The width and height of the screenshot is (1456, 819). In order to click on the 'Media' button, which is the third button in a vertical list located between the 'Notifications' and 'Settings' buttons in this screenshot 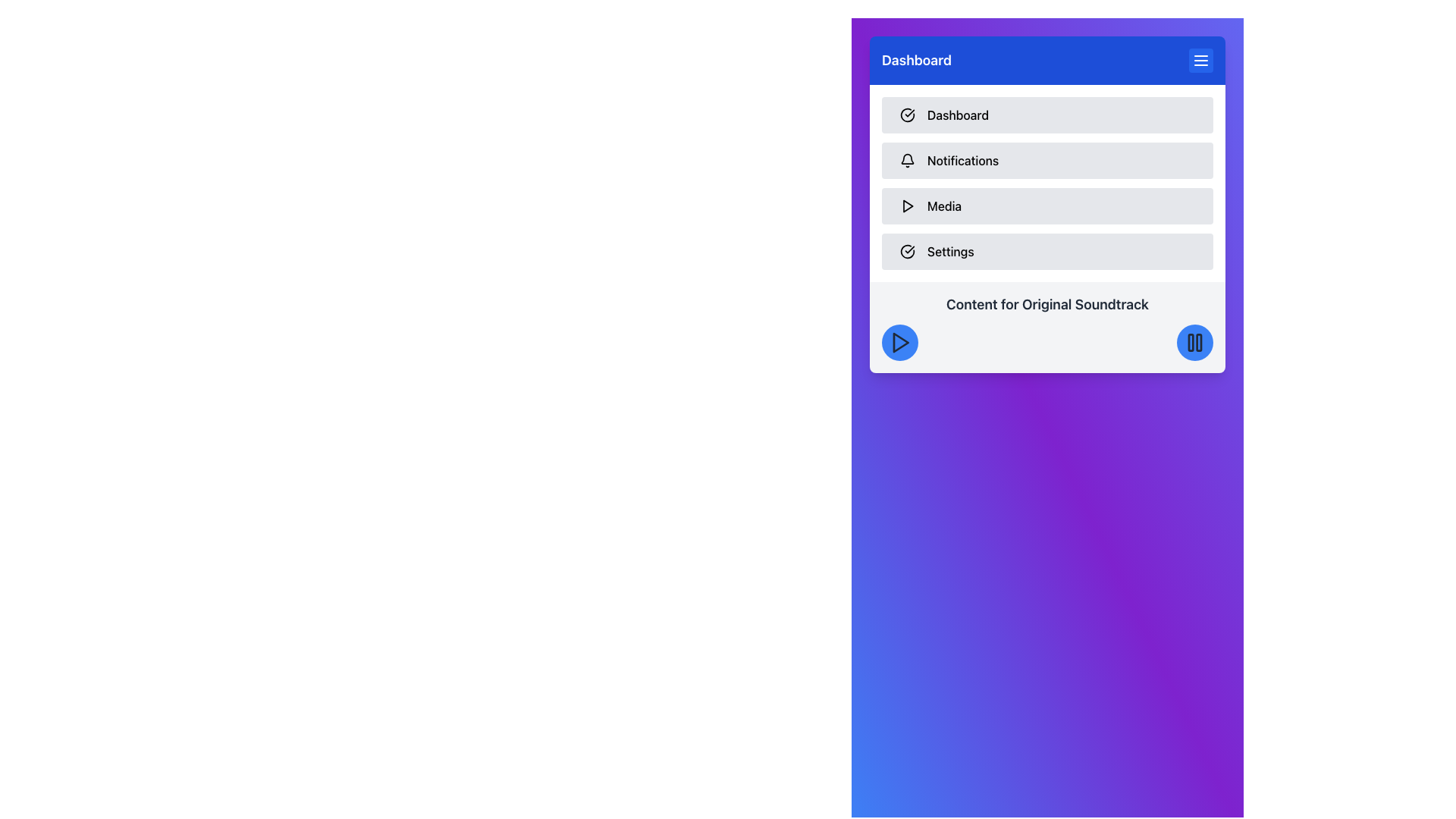, I will do `click(1046, 206)`.